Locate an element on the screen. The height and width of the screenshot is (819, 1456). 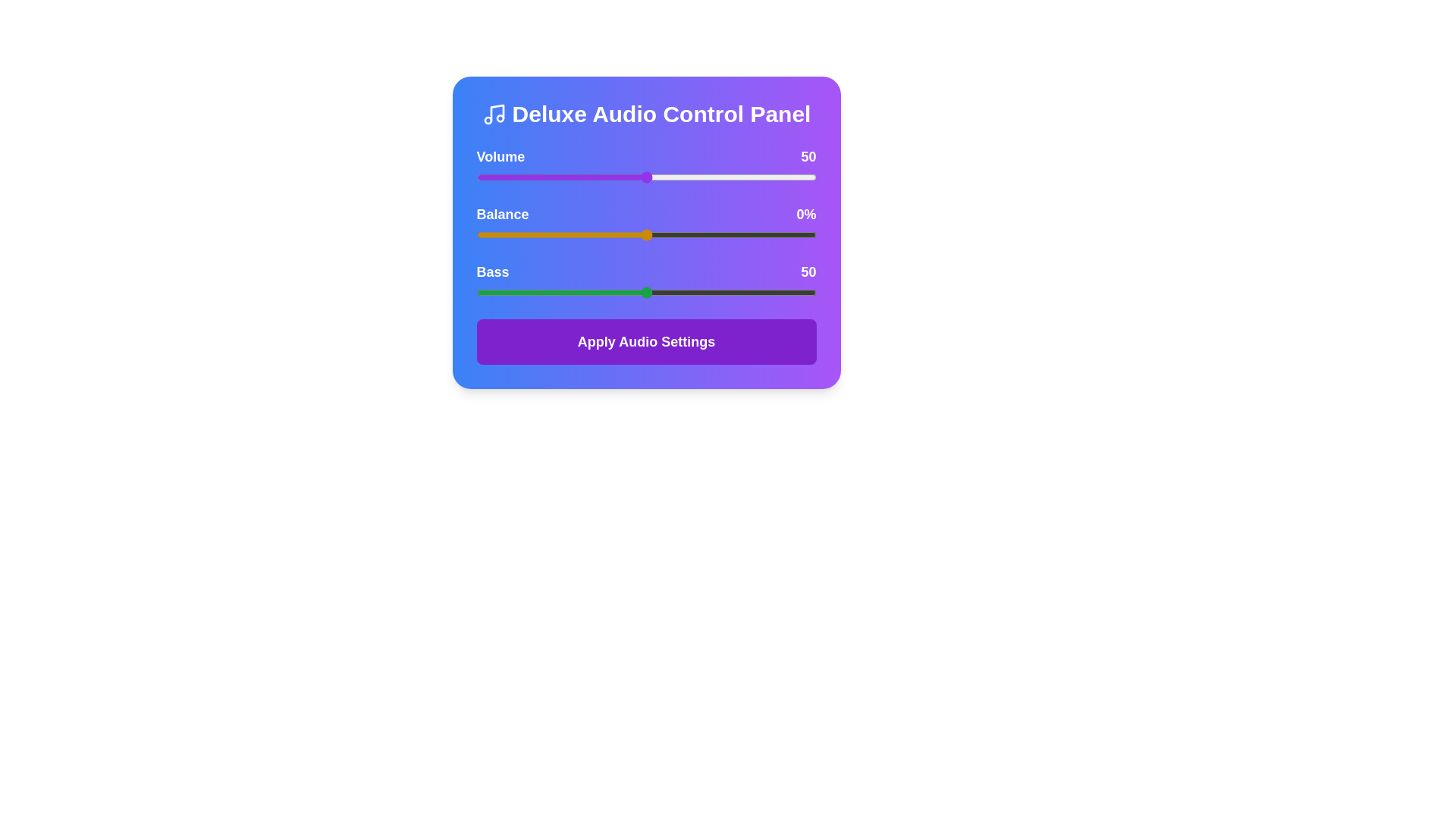
bass level is located at coordinates (560, 292).